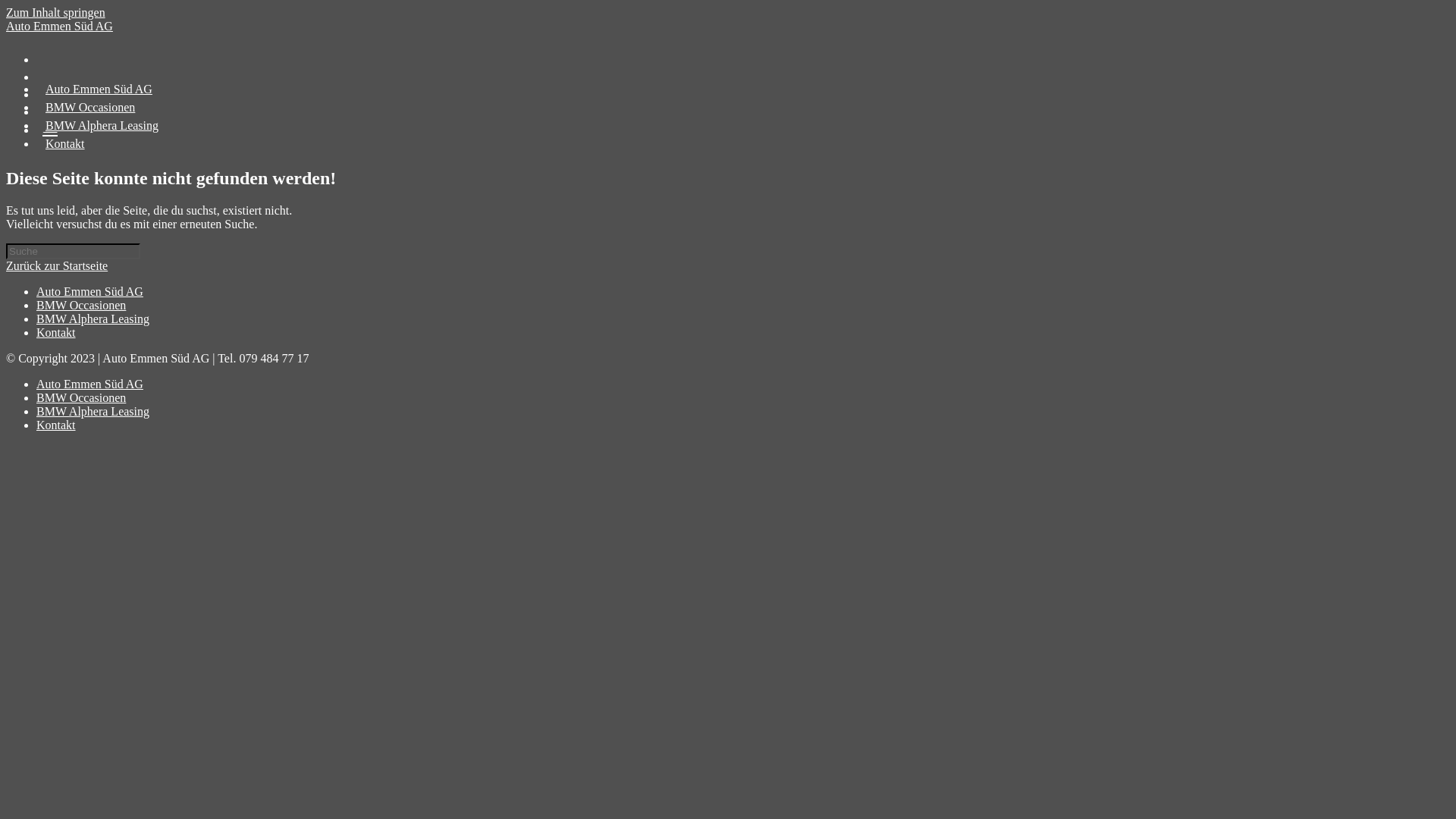 This screenshot has width=1456, height=819. What do you see at coordinates (80, 305) in the screenshot?
I see `'BMW Occasionen'` at bounding box center [80, 305].